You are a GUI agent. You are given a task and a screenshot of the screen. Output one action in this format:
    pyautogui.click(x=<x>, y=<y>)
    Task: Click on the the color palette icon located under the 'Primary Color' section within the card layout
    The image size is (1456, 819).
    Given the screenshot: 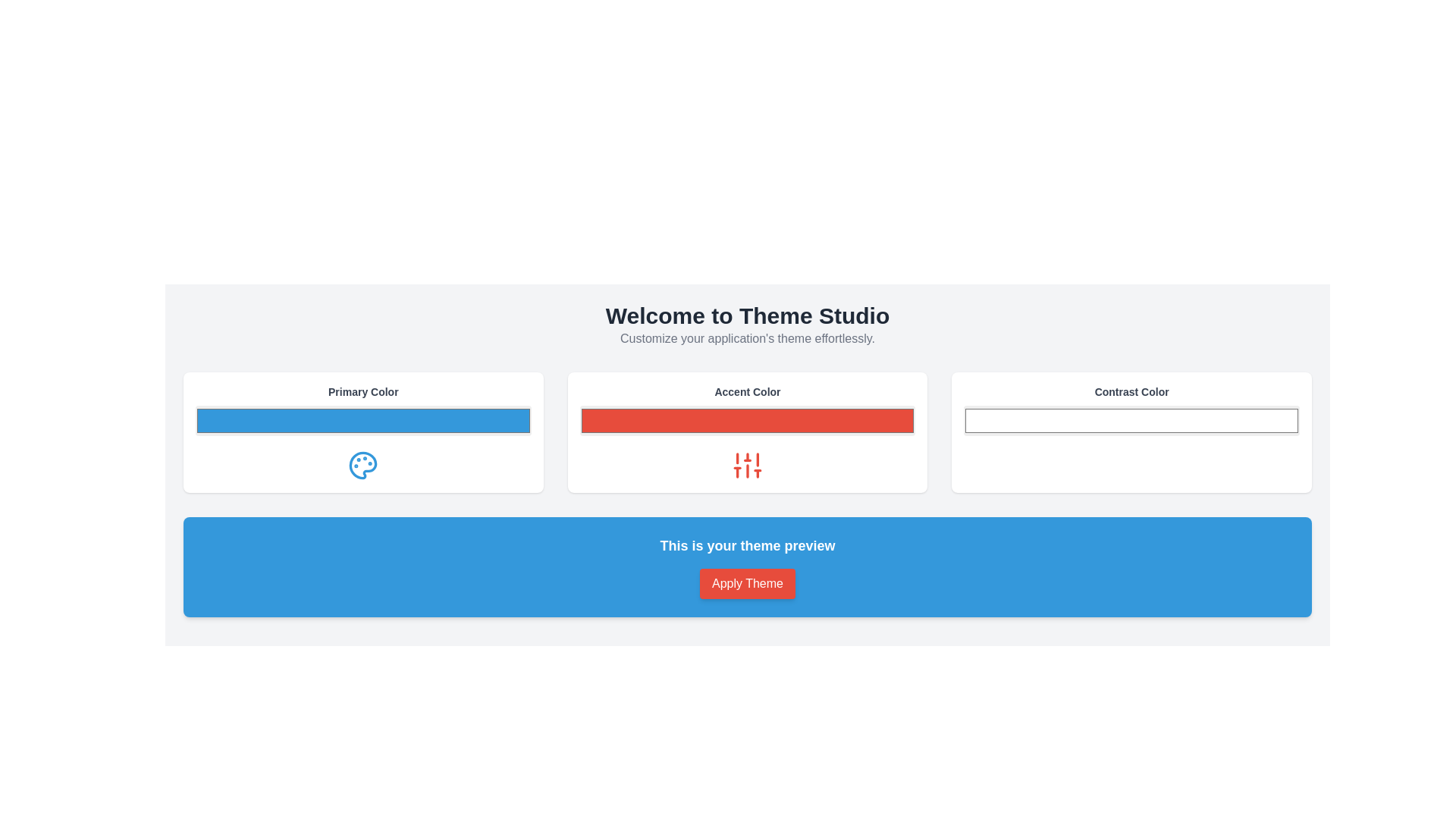 What is the action you would take?
    pyautogui.click(x=362, y=464)
    